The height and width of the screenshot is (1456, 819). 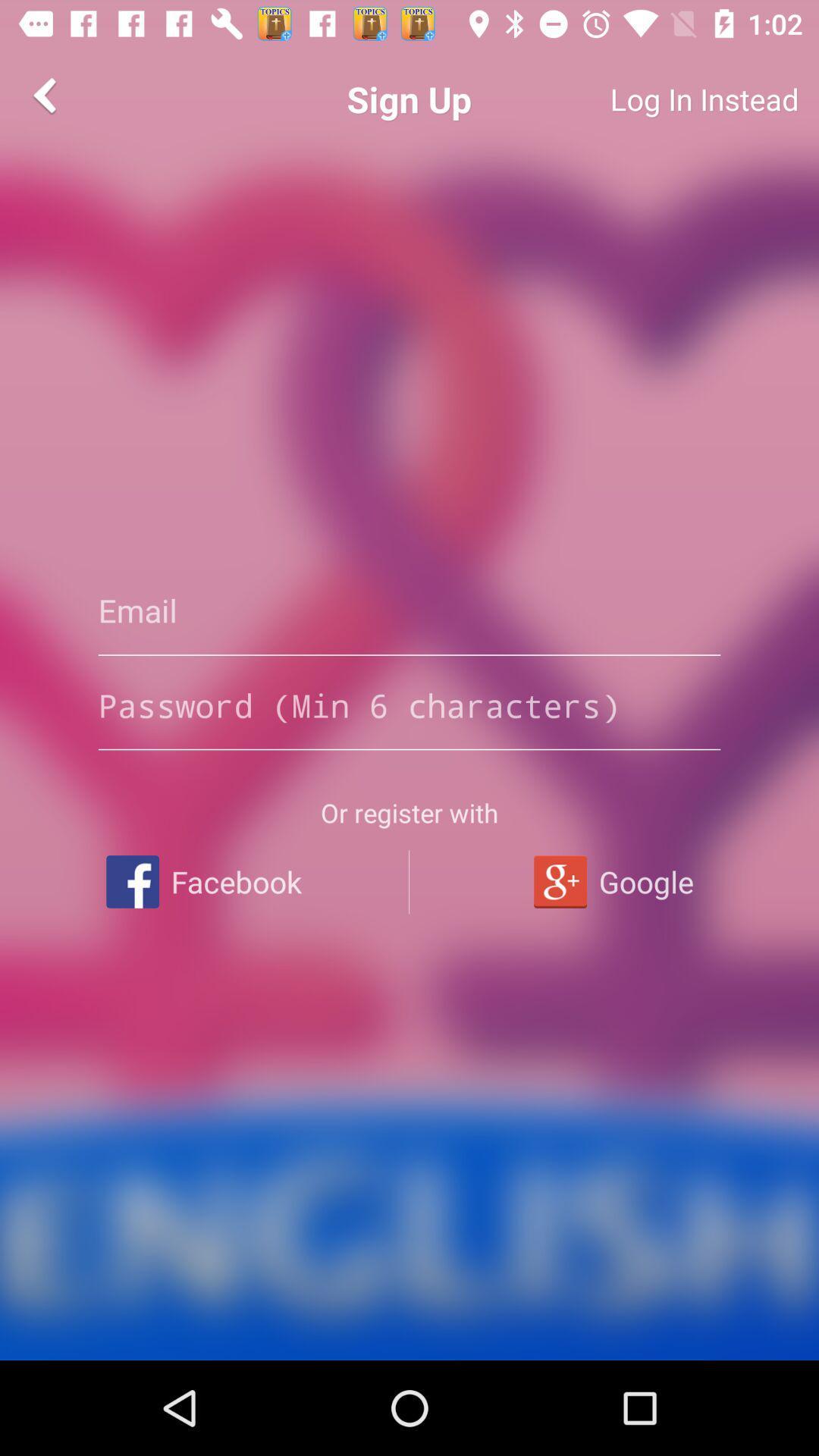 What do you see at coordinates (648, 99) in the screenshot?
I see `the item to the right of sign up icon` at bounding box center [648, 99].